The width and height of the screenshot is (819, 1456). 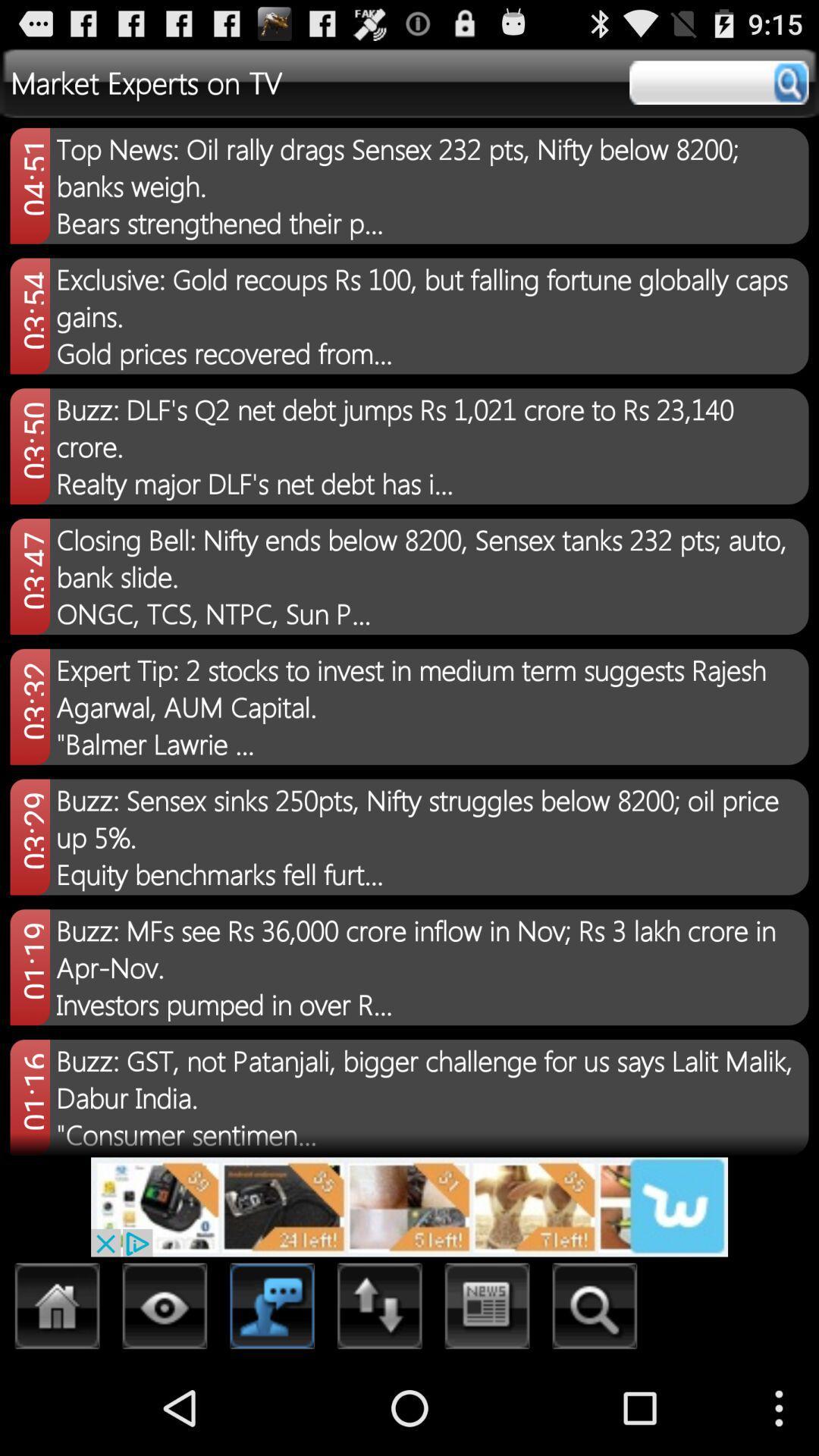 What do you see at coordinates (718, 82) in the screenshot?
I see `search box` at bounding box center [718, 82].